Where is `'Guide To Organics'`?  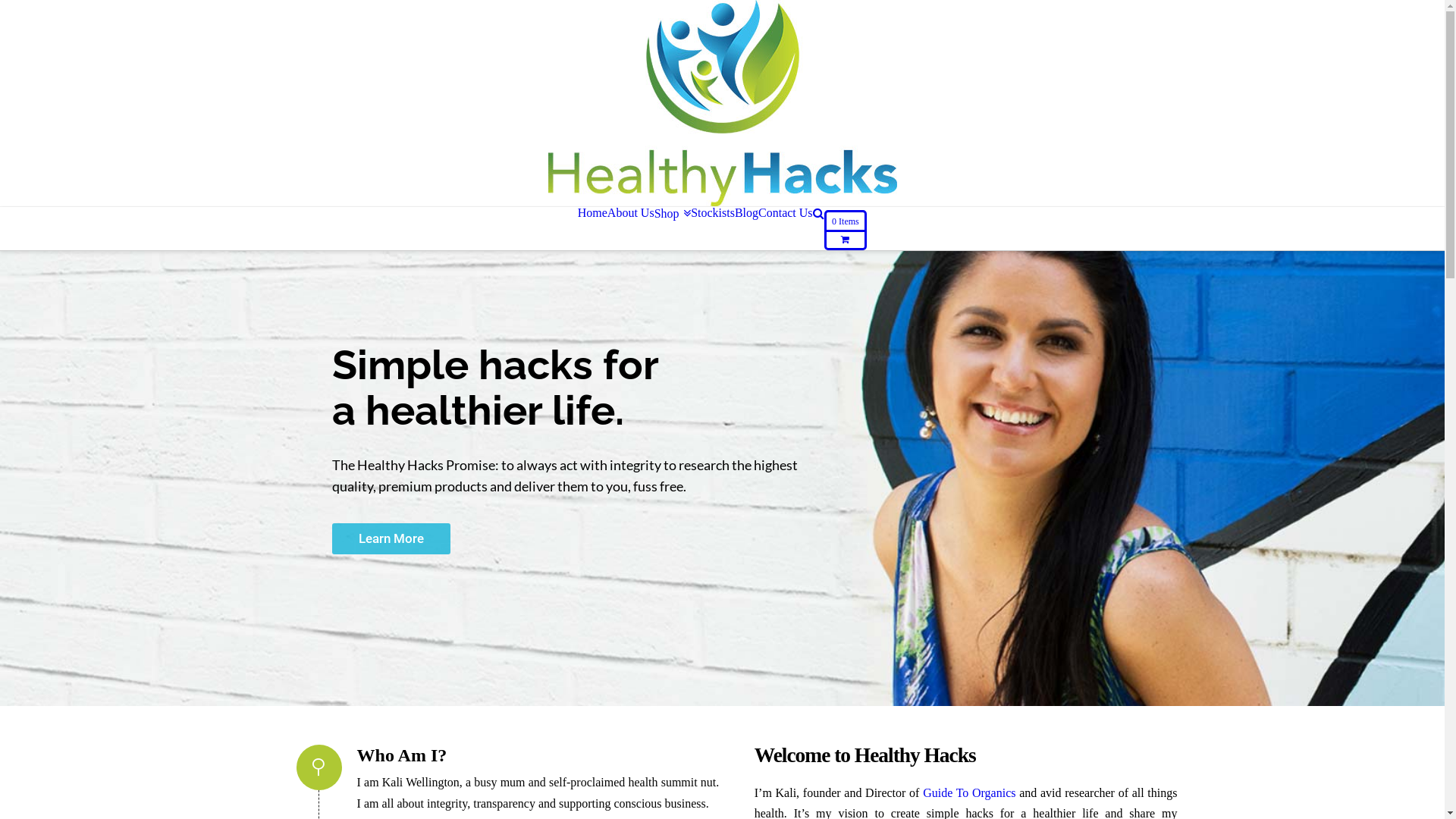
'Guide To Organics' is located at coordinates (922, 792).